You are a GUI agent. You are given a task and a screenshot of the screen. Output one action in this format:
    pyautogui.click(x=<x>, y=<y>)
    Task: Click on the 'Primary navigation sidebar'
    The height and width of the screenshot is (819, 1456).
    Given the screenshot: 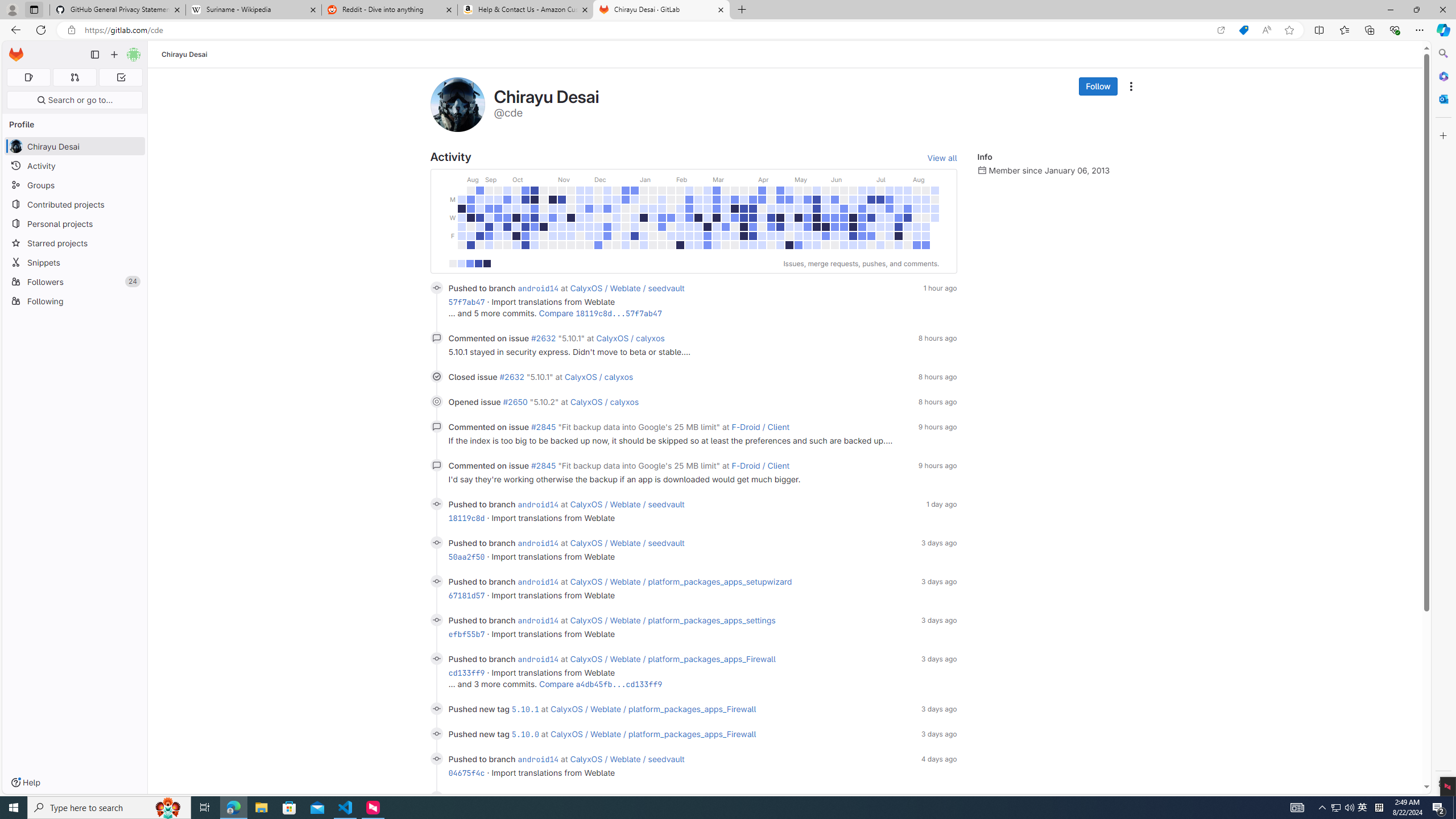 What is the action you would take?
    pyautogui.click(x=94, y=54)
    